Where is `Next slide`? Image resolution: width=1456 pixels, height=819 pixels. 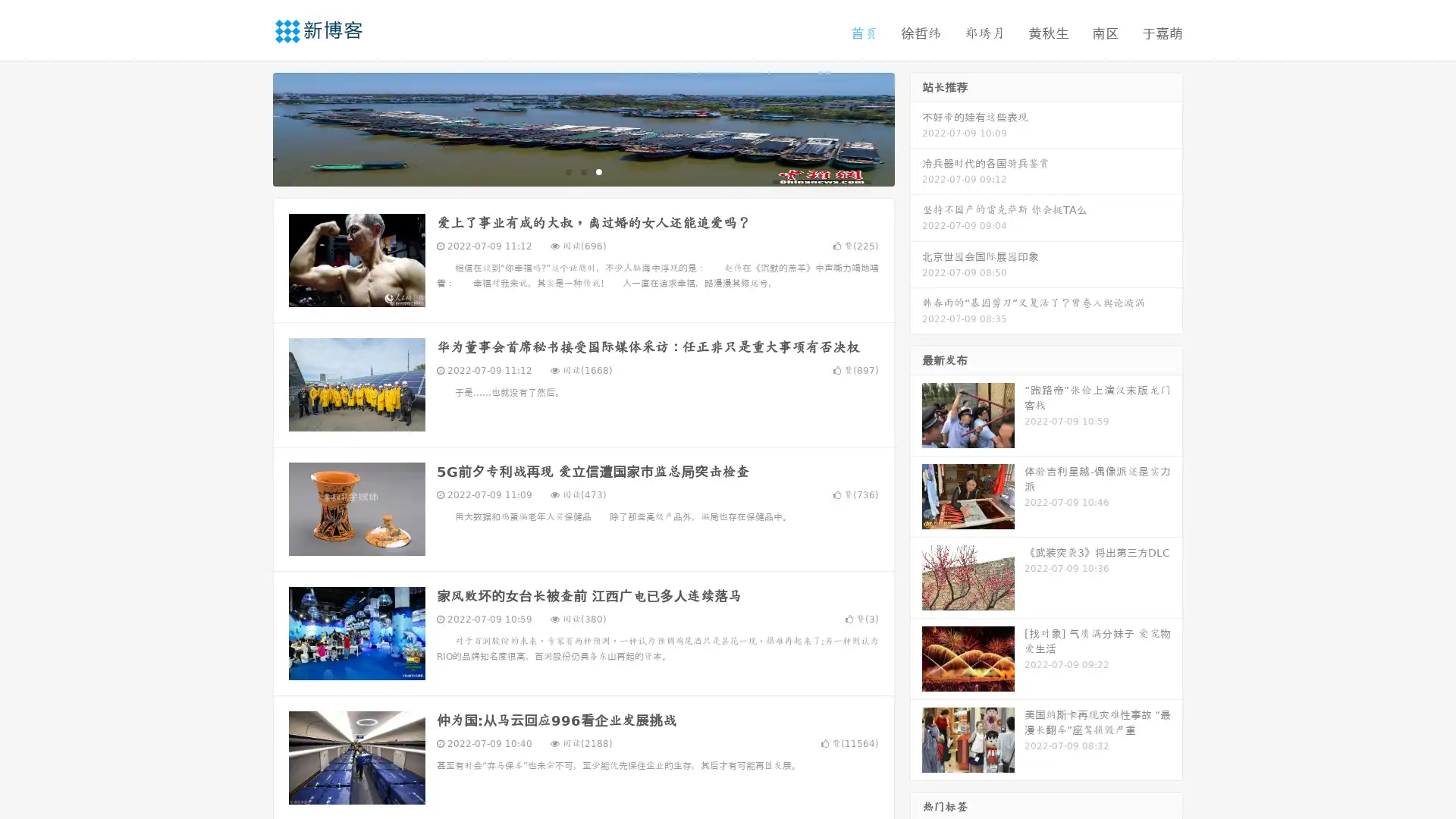 Next slide is located at coordinates (916, 127).